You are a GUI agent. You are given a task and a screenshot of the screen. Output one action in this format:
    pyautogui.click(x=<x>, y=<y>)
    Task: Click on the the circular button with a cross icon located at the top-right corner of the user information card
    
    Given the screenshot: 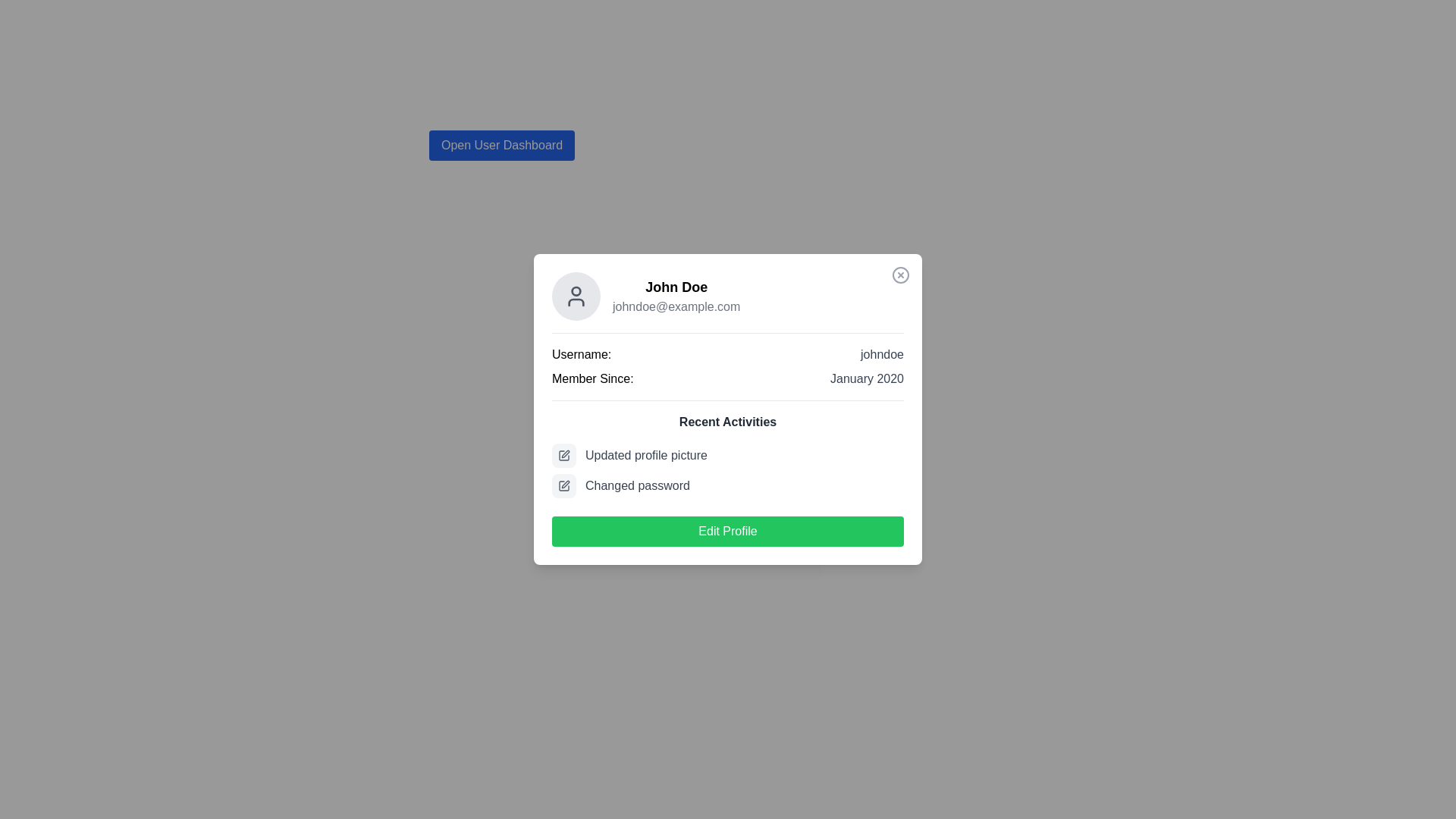 What is the action you would take?
    pyautogui.click(x=901, y=275)
    